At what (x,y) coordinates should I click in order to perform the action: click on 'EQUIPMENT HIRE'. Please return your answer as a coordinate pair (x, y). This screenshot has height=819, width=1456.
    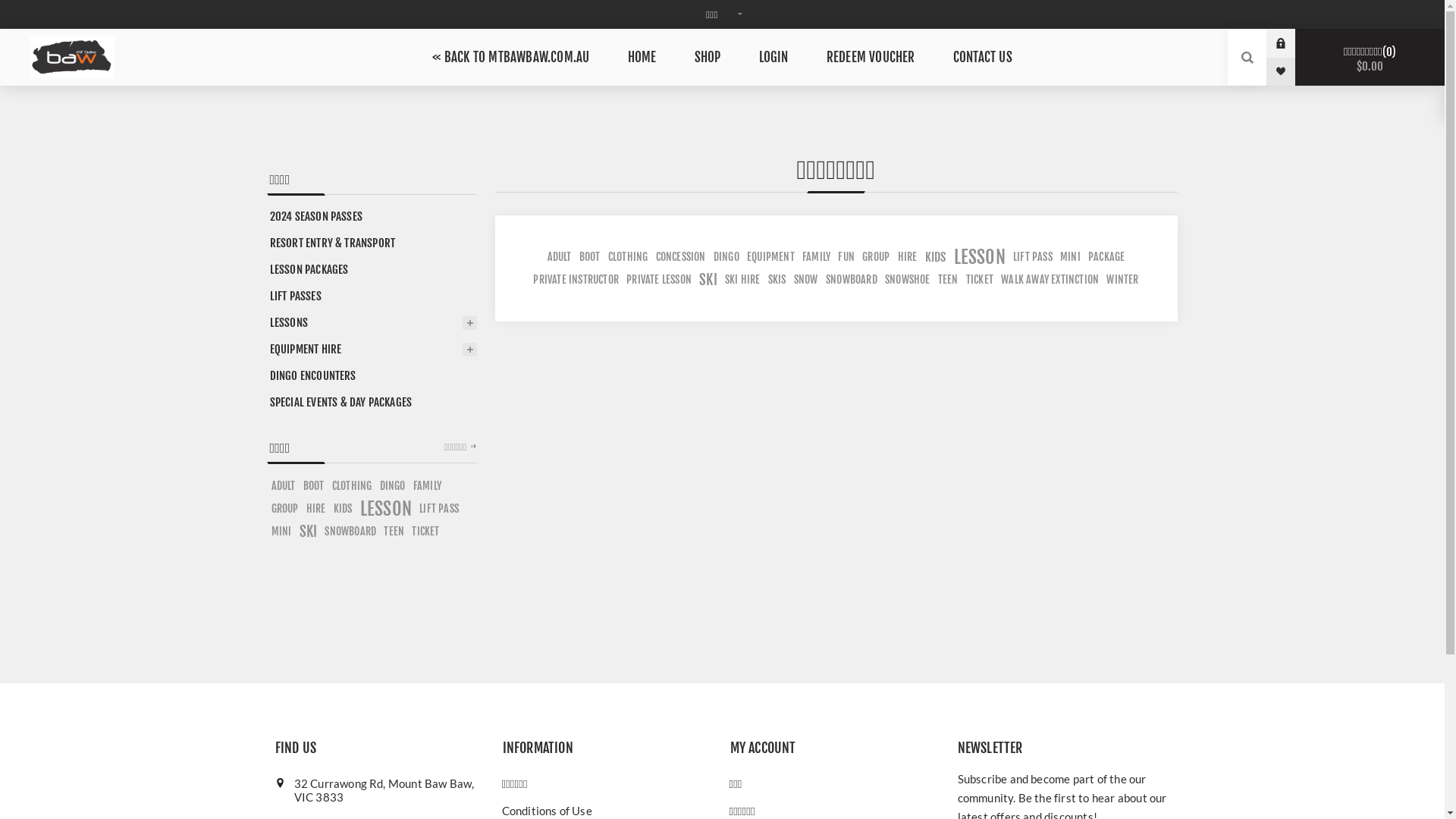
    Looking at the image, I should click on (266, 349).